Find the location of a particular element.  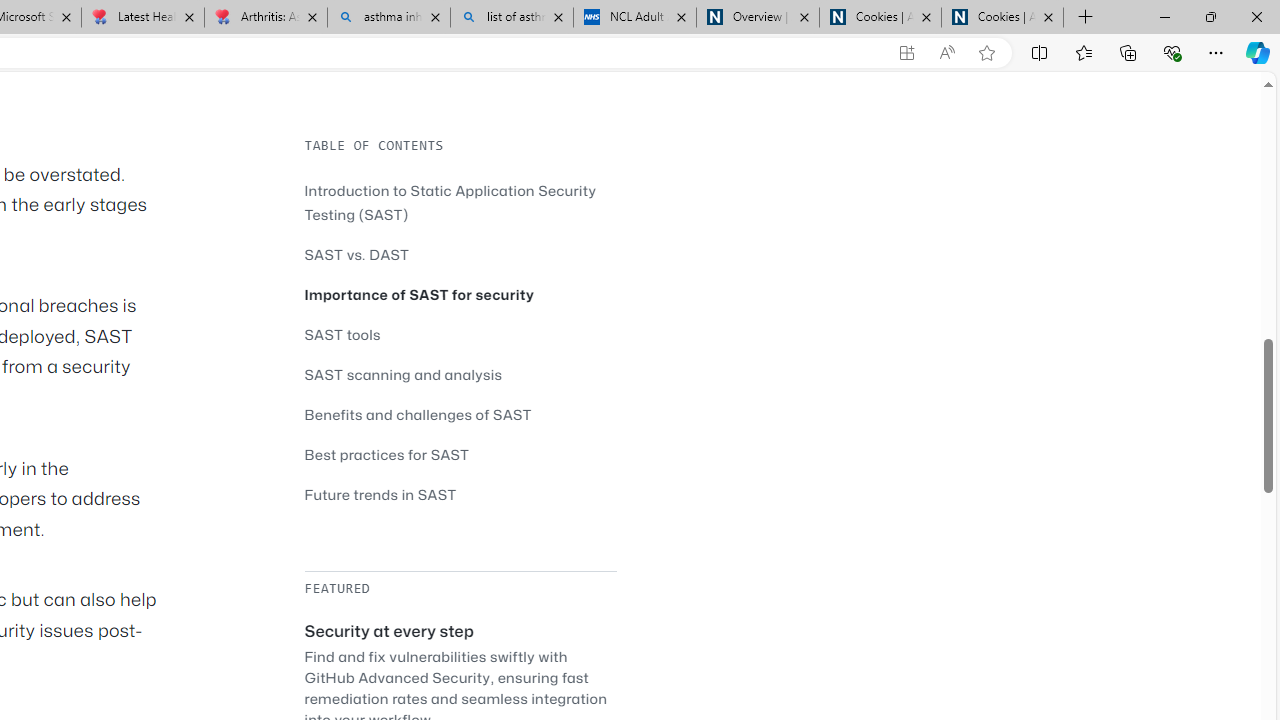

'App available. Install GitHub' is located at coordinates (905, 52).